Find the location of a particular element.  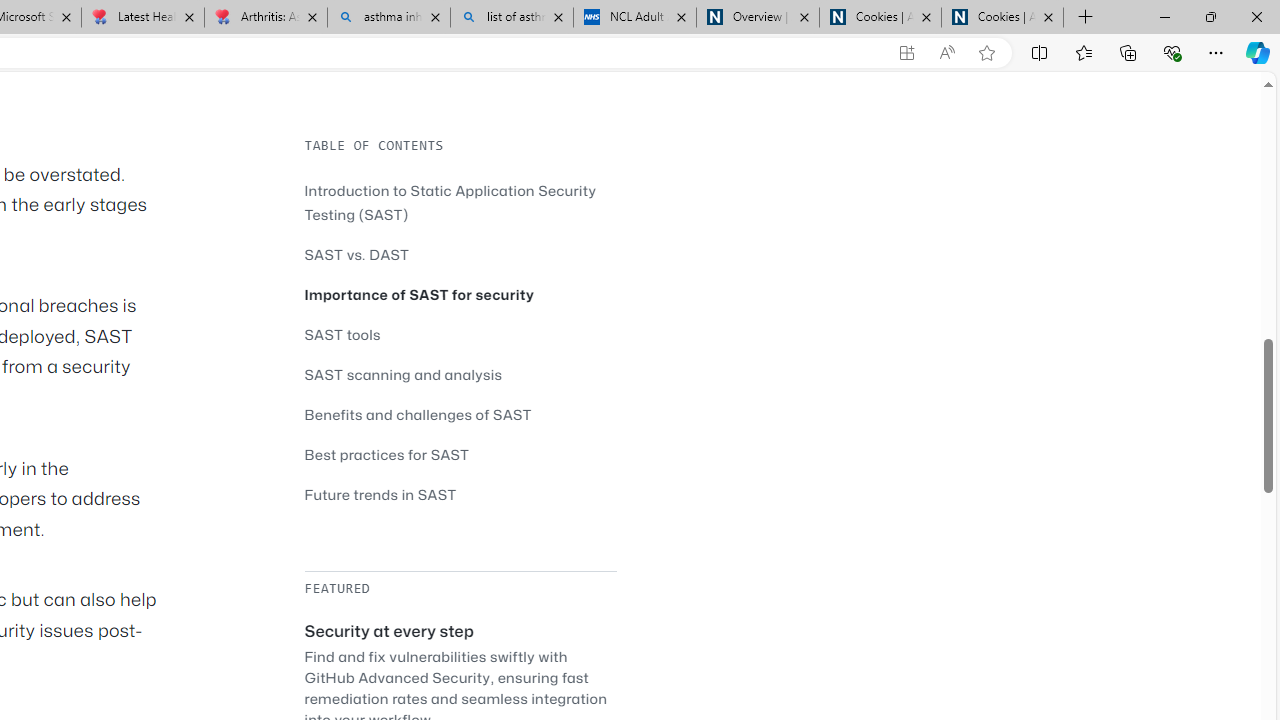

'App available. Install GitHub' is located at coordinates (905, 52).